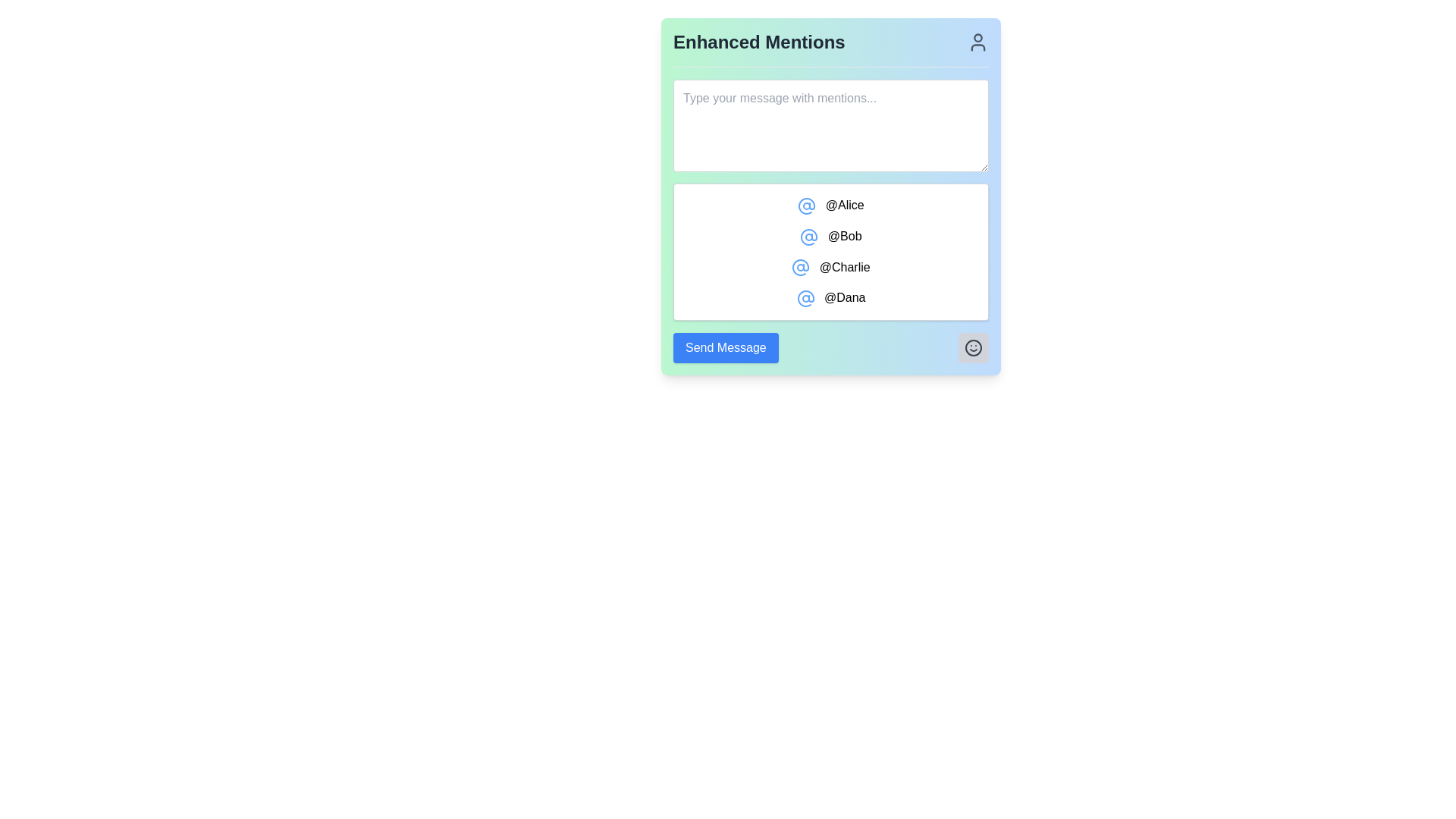  What do you see at coordinates (830, 195) in the screenshot?
I see `the interactive mention item '@Alice' located in the 'Enhanced Mentions' dialog` at bounding box center [830, 195].